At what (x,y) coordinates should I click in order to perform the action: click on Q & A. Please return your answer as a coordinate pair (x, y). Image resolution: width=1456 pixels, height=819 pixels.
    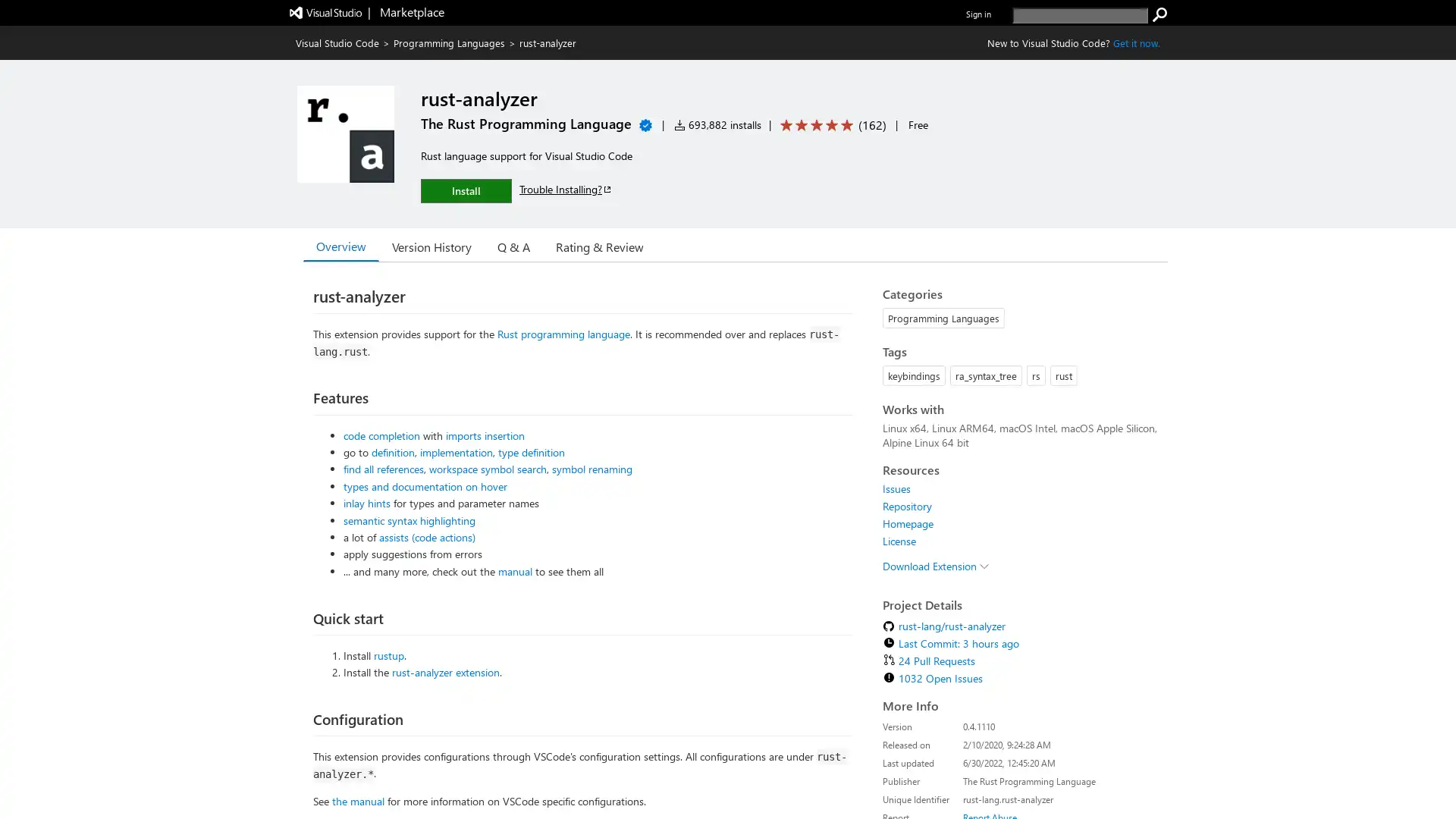
    Looking at the image, I should click on (513, 245).